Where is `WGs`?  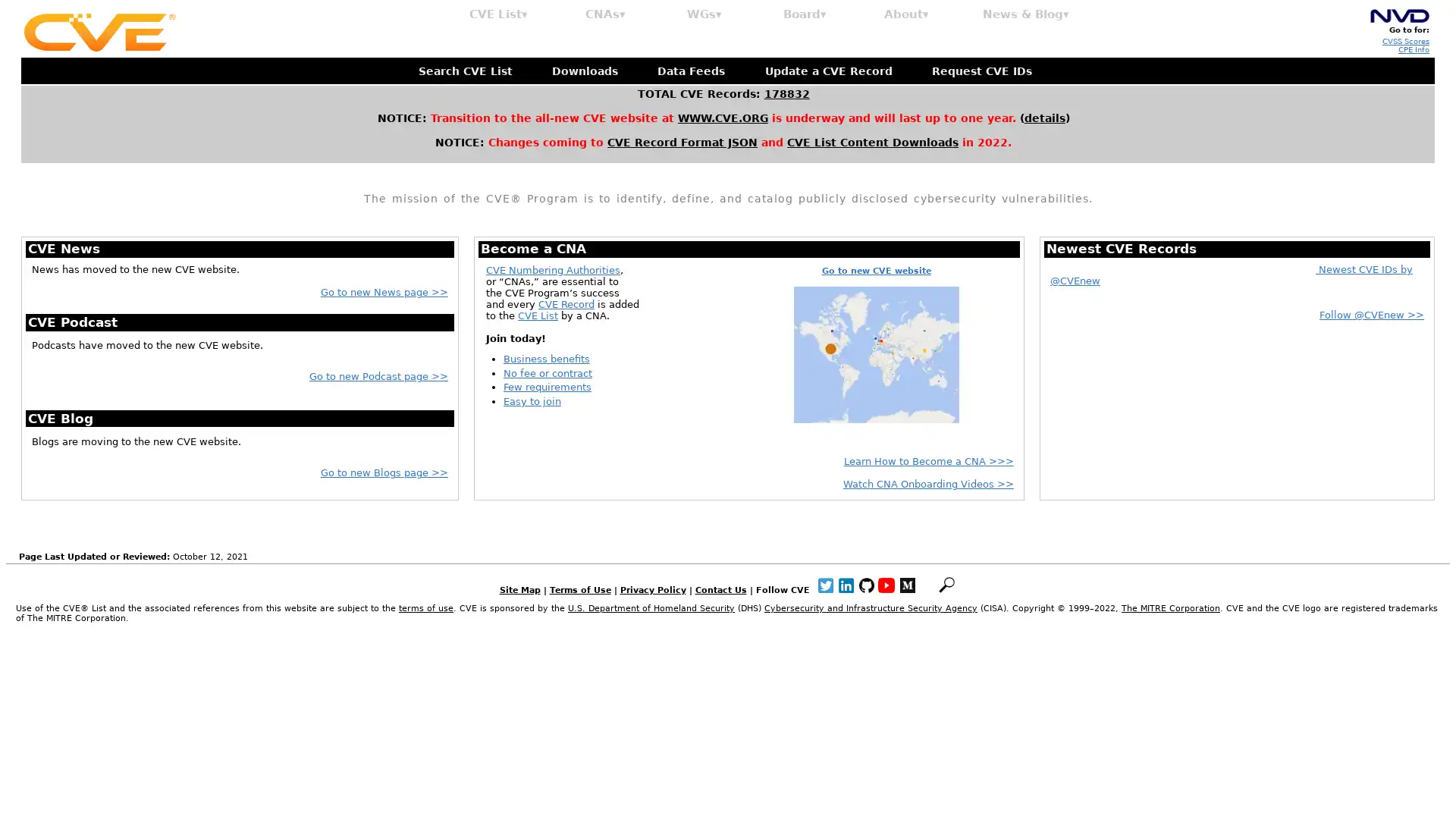
WGs is located at coordinates (704, 14).